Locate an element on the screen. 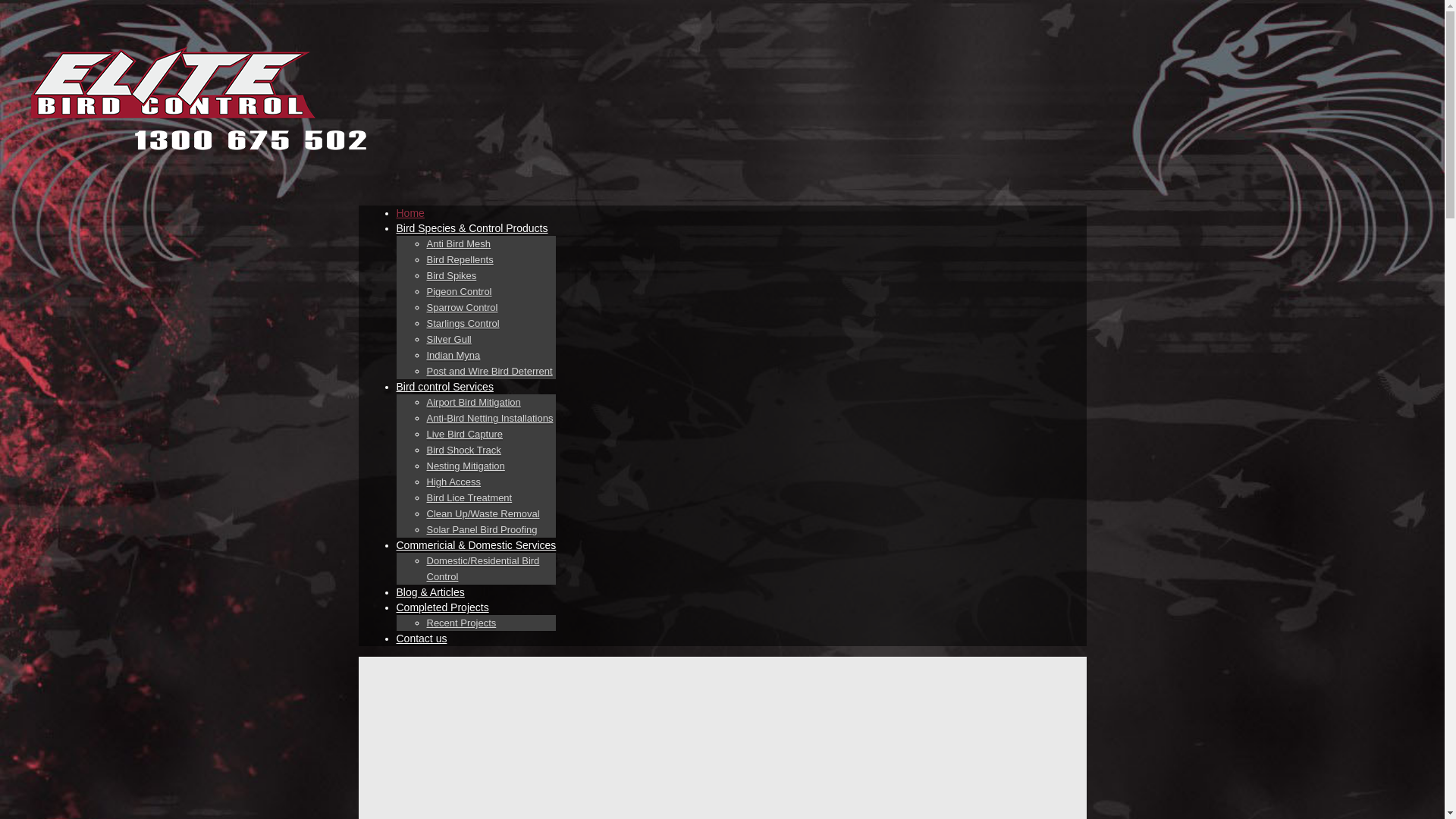 The image size is (1456, 819). 'Anti Bird Mesh' is located at coordinates (457, 243).